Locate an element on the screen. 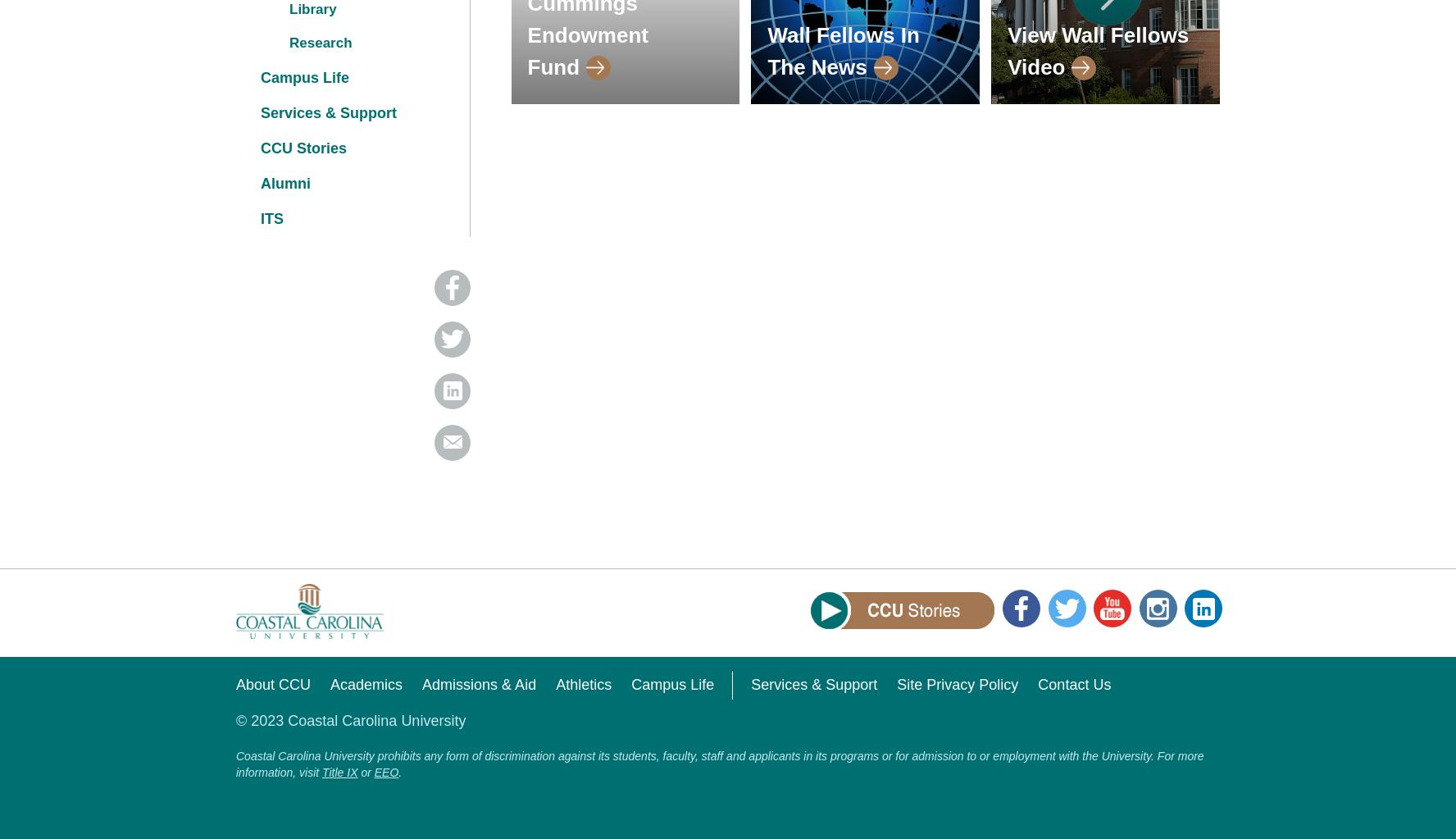 The width and height of the screenshot is (1456, 839). 'Campus Life' is located at coordinates (260, 77).